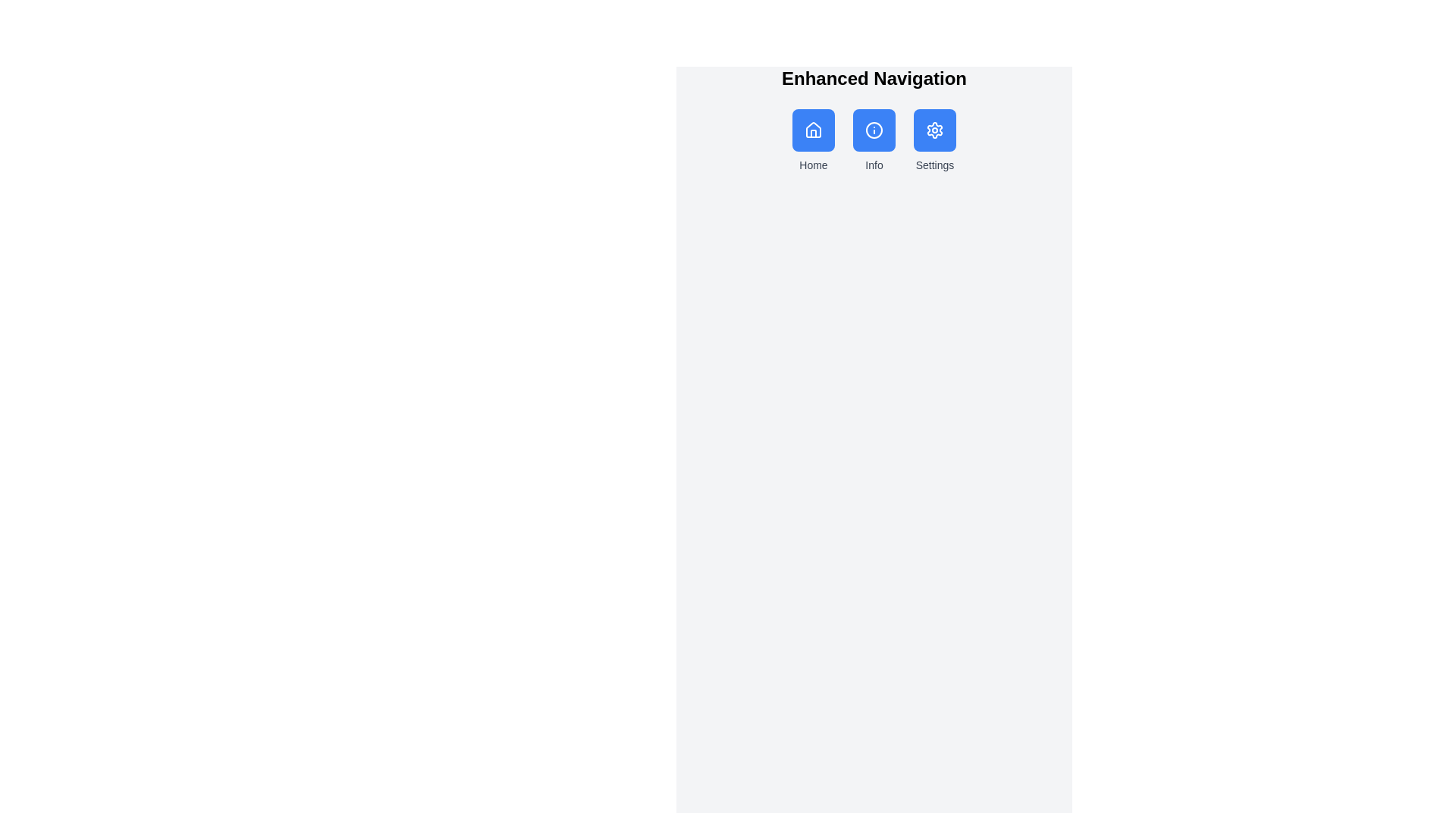  Describe the element at coordinates (874, 130) in the screenshot. I see `the SVG circle element centered in the 'Info' button, which is part of the navigation panel at the top of the interface` at that location.